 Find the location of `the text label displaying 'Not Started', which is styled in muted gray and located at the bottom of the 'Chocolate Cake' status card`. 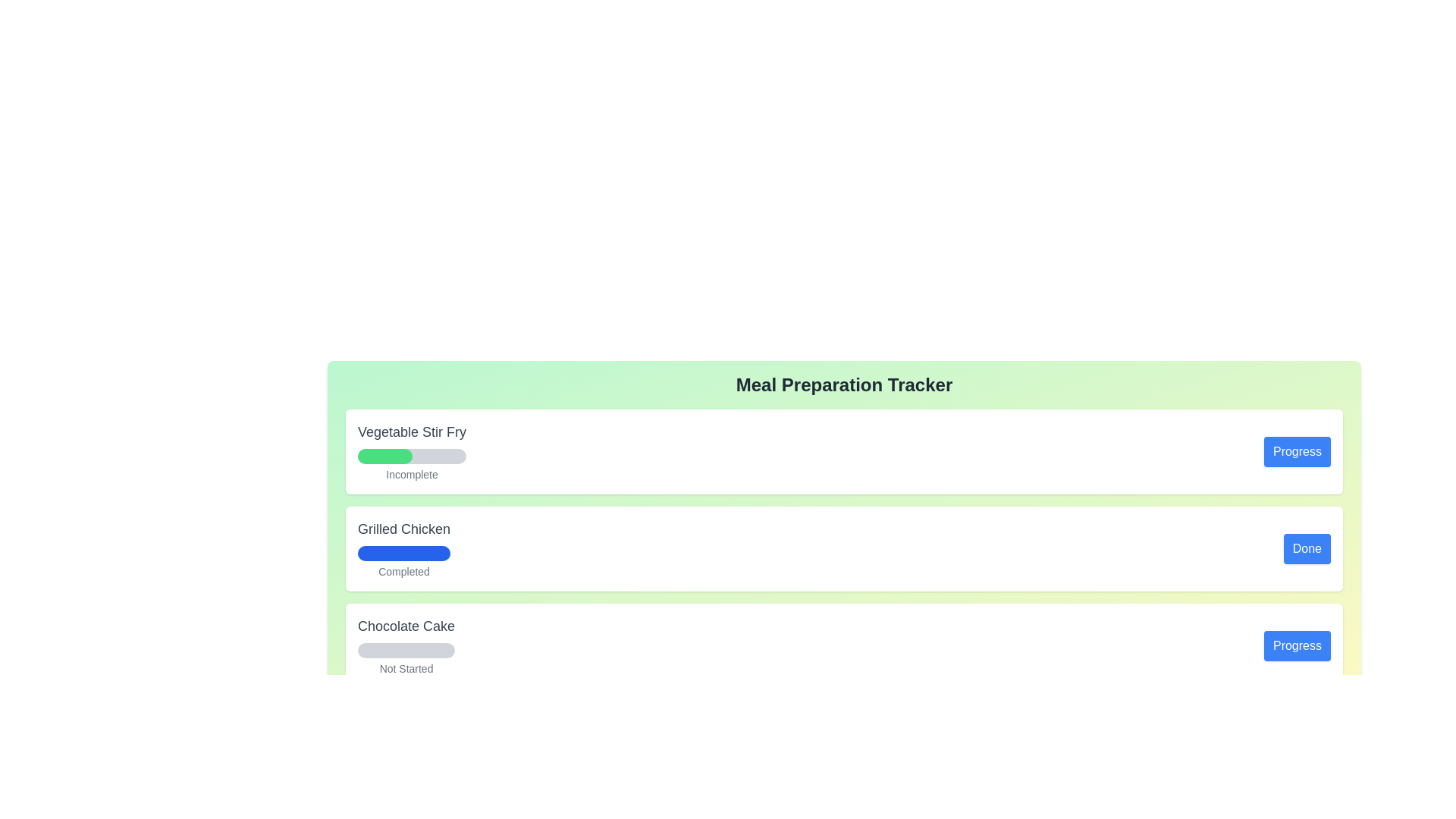

the text label displaying 'Not Started', which is styled in muted gray and located at the bottom of the 'Chocolate Cake' status card is located at coordinates (406, 668).